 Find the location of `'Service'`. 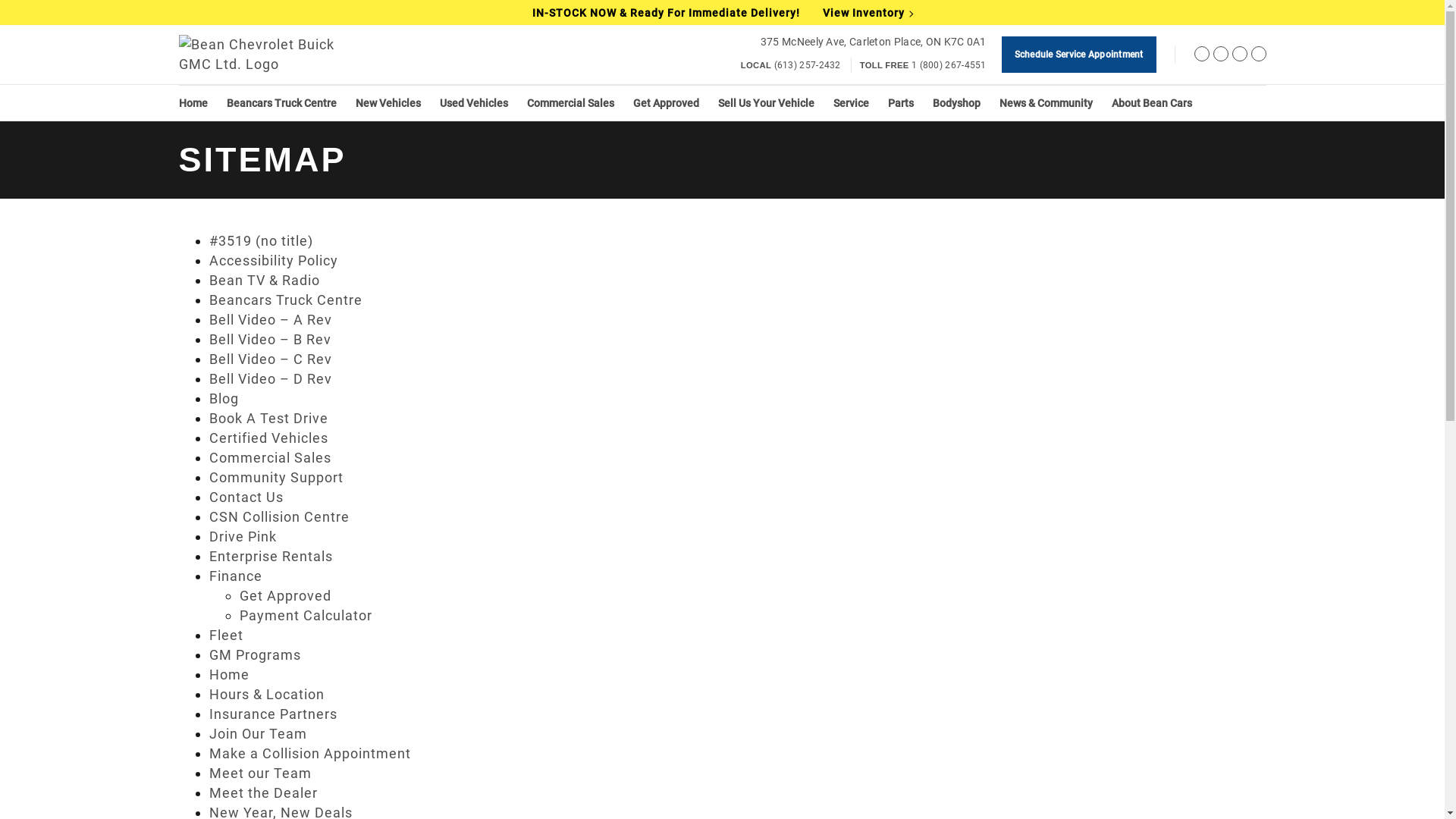

'Service' is located at coordinates (850, 102).